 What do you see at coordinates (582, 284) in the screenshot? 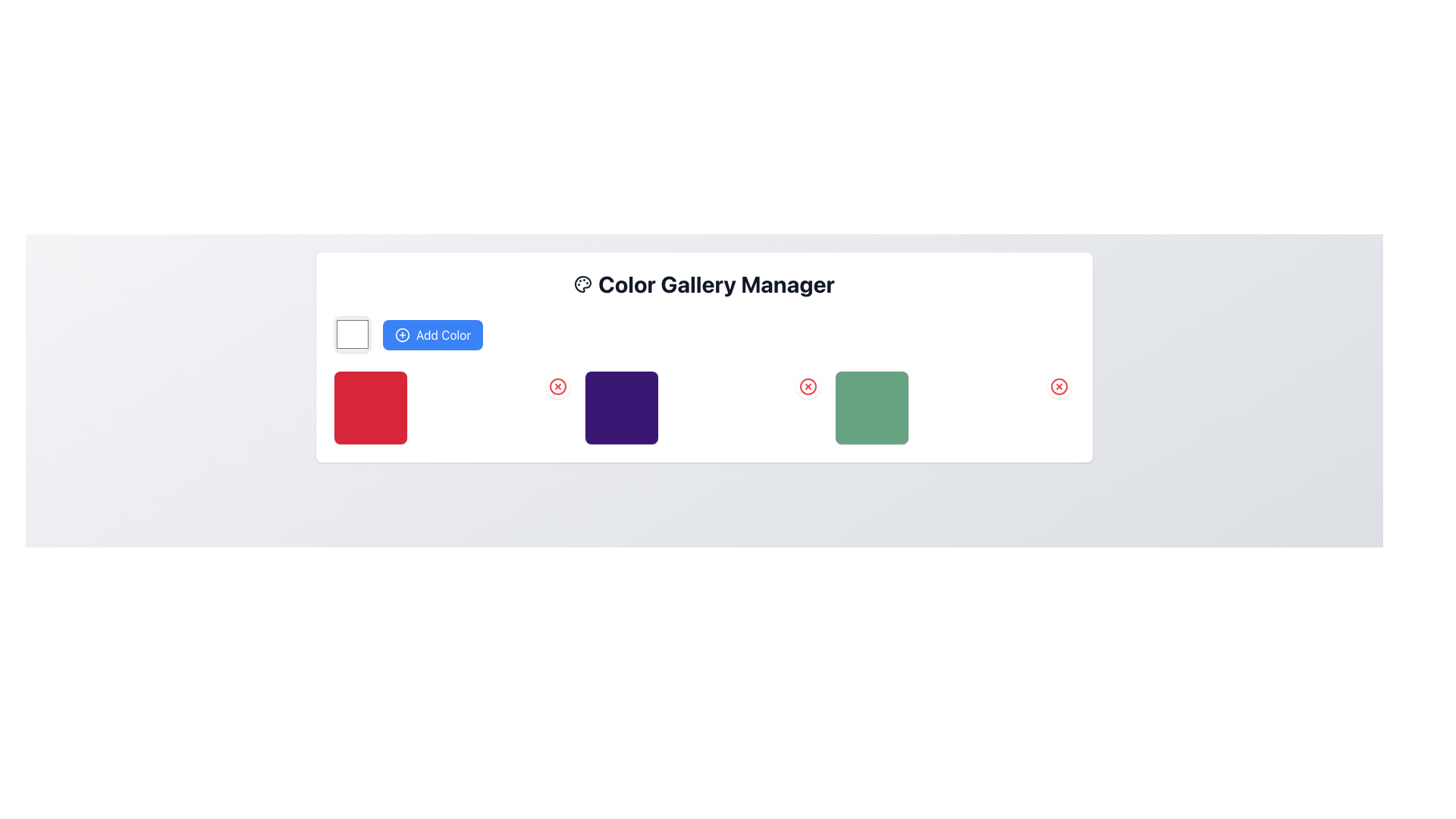
I see `the palette icon located to the left of the 'Color Gallery Manager' label at the top center region of the interface` at bounding box center [582, 284].